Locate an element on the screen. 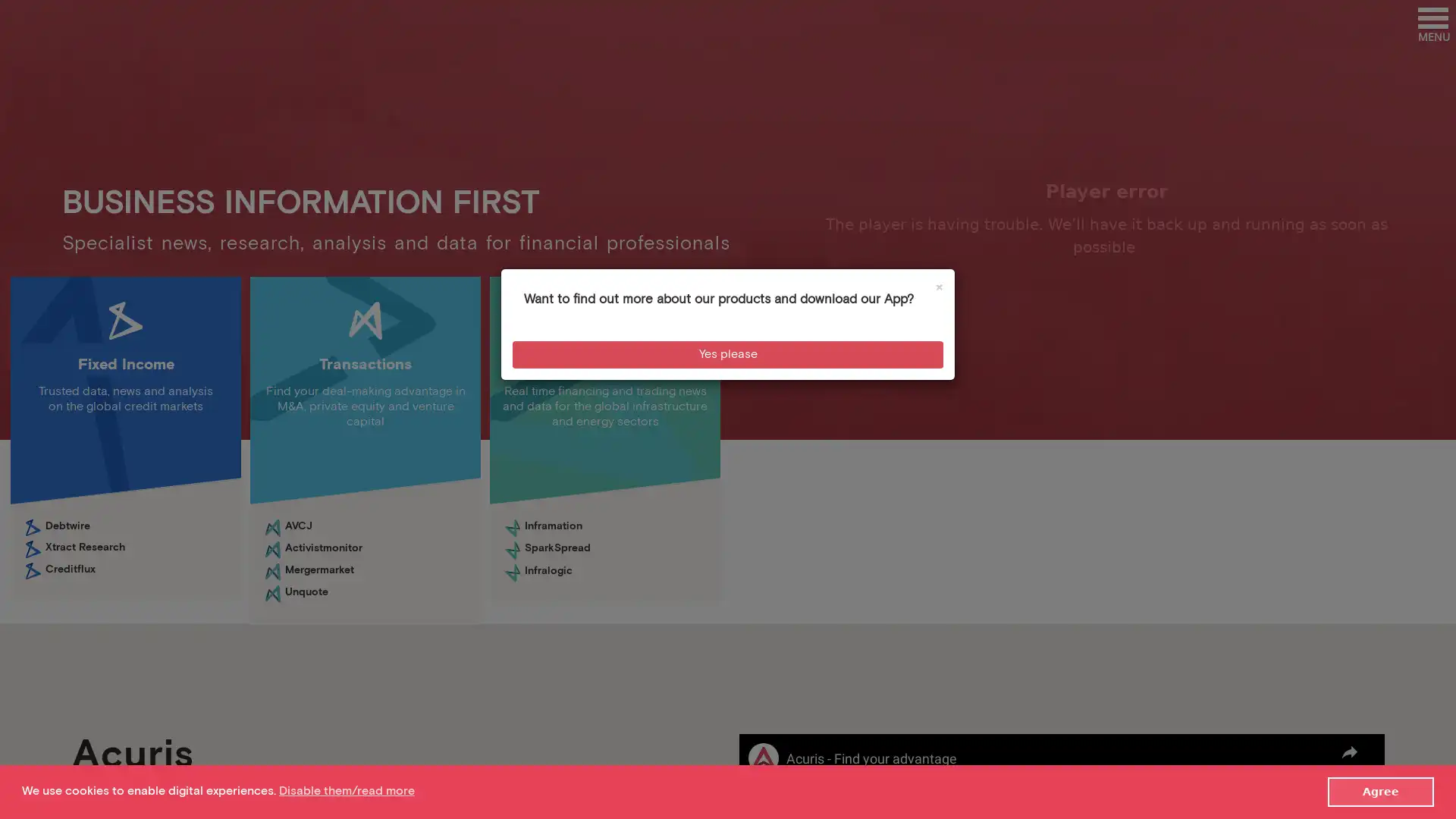 This screenshot has width=1456, height=819. learn more about cookies is located at coordinates (345, 790).